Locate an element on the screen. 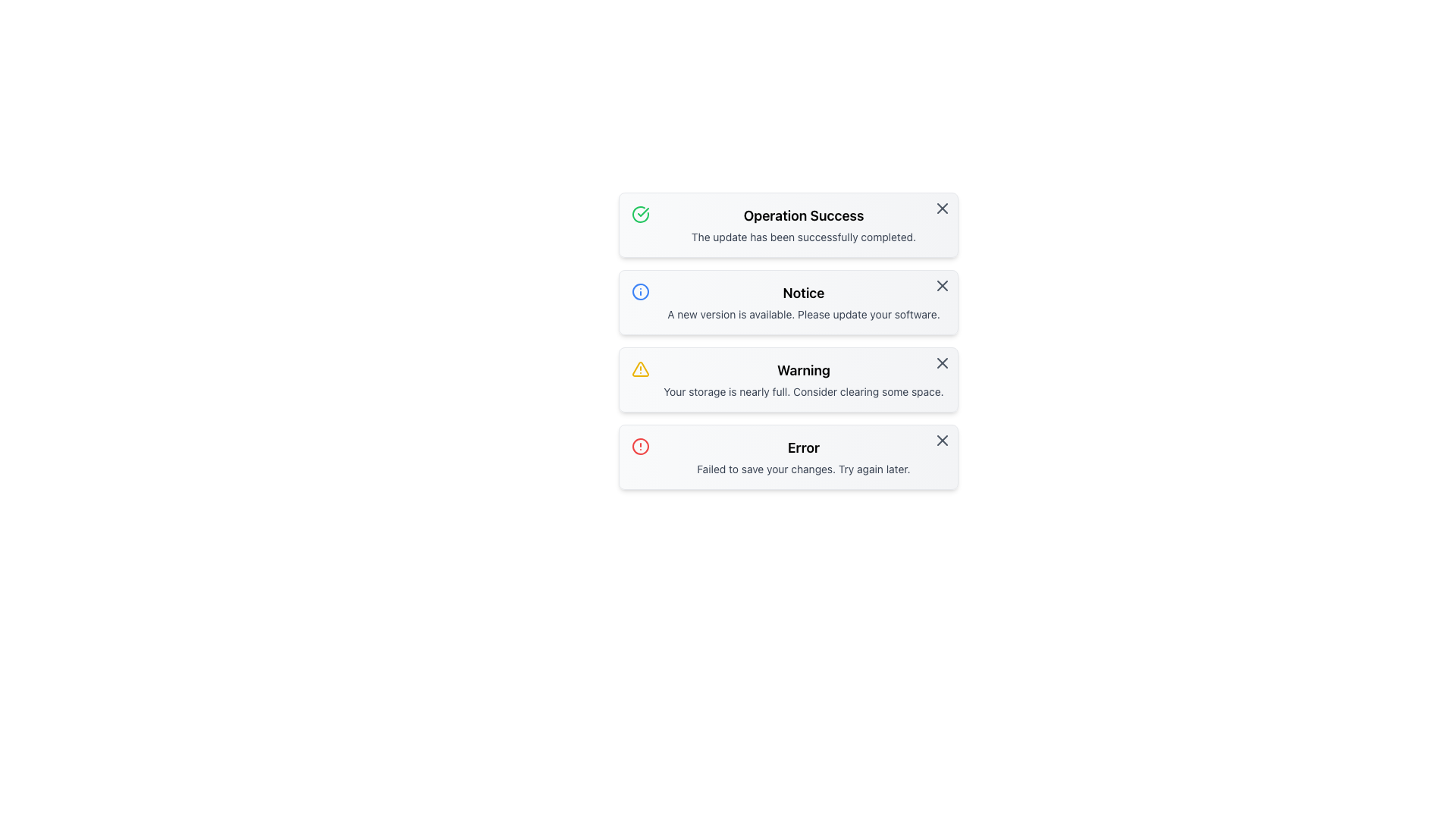  the small gray 'X' icon button located in the top-right corner of the 'Notice' card is located at coordinates (942, 286).